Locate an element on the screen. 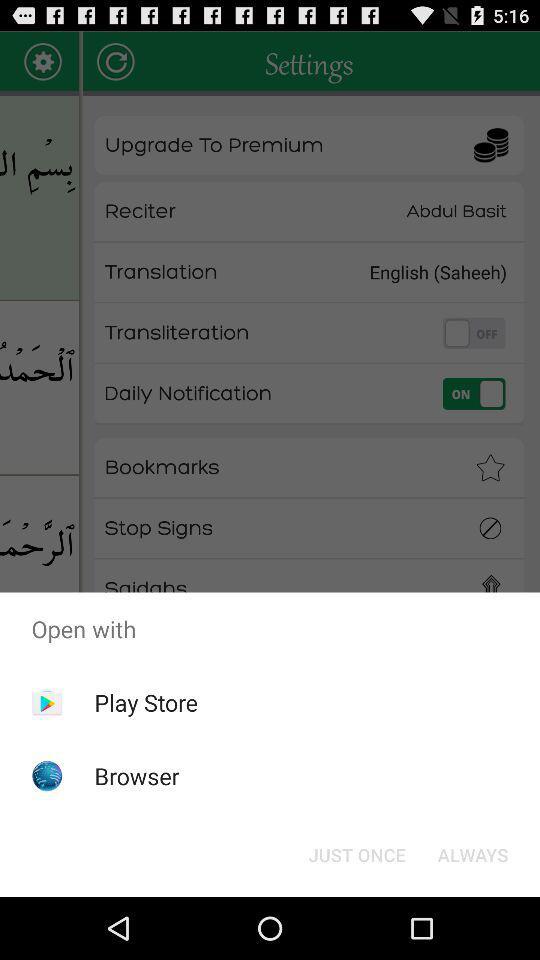  just once item is located at coordinates (356, 853).